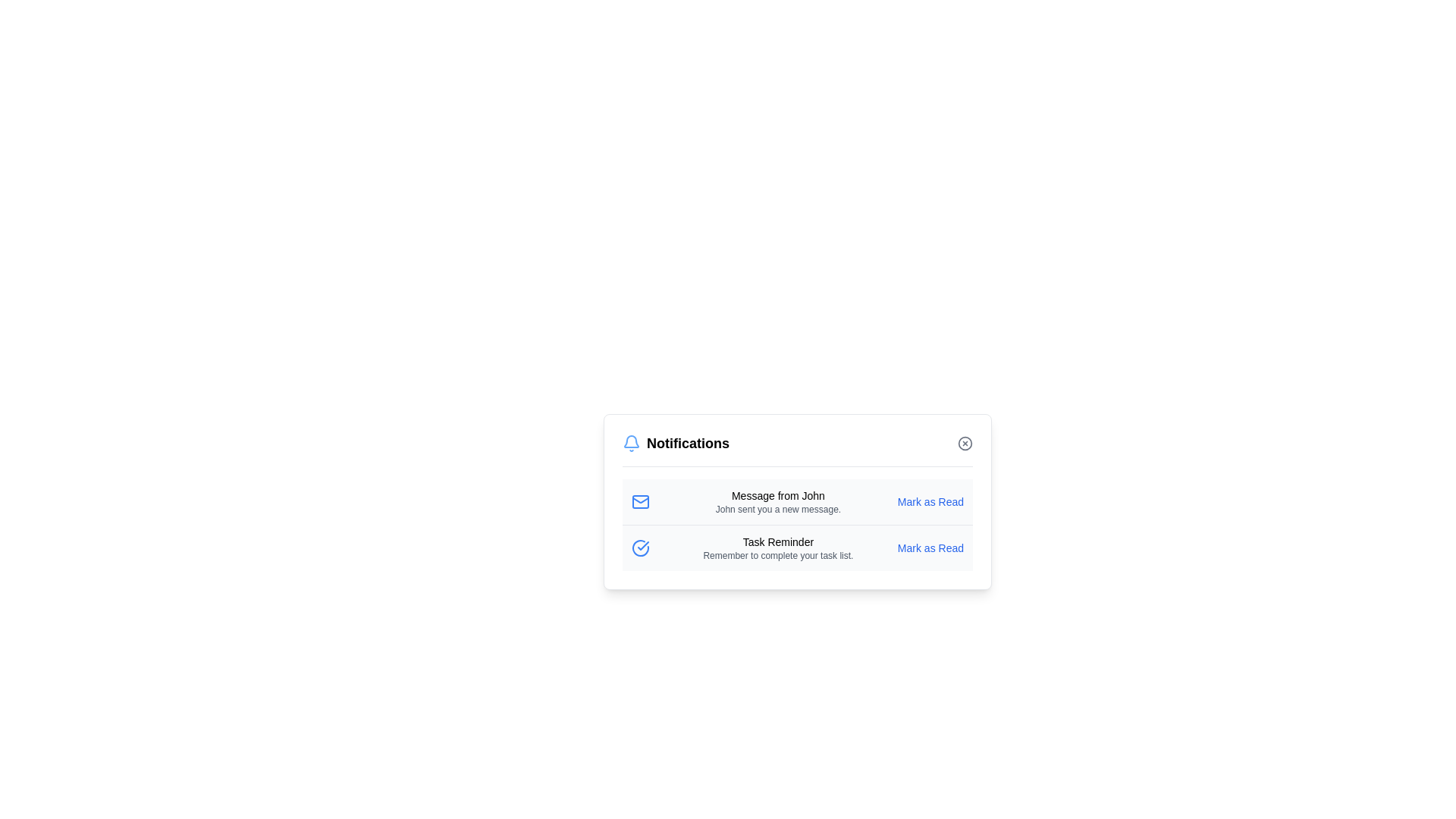  I want to click on text label that serves as the header for the second notification entry in the notification panel, located above the description 'Remember to complete your task list', so click(778, 541).